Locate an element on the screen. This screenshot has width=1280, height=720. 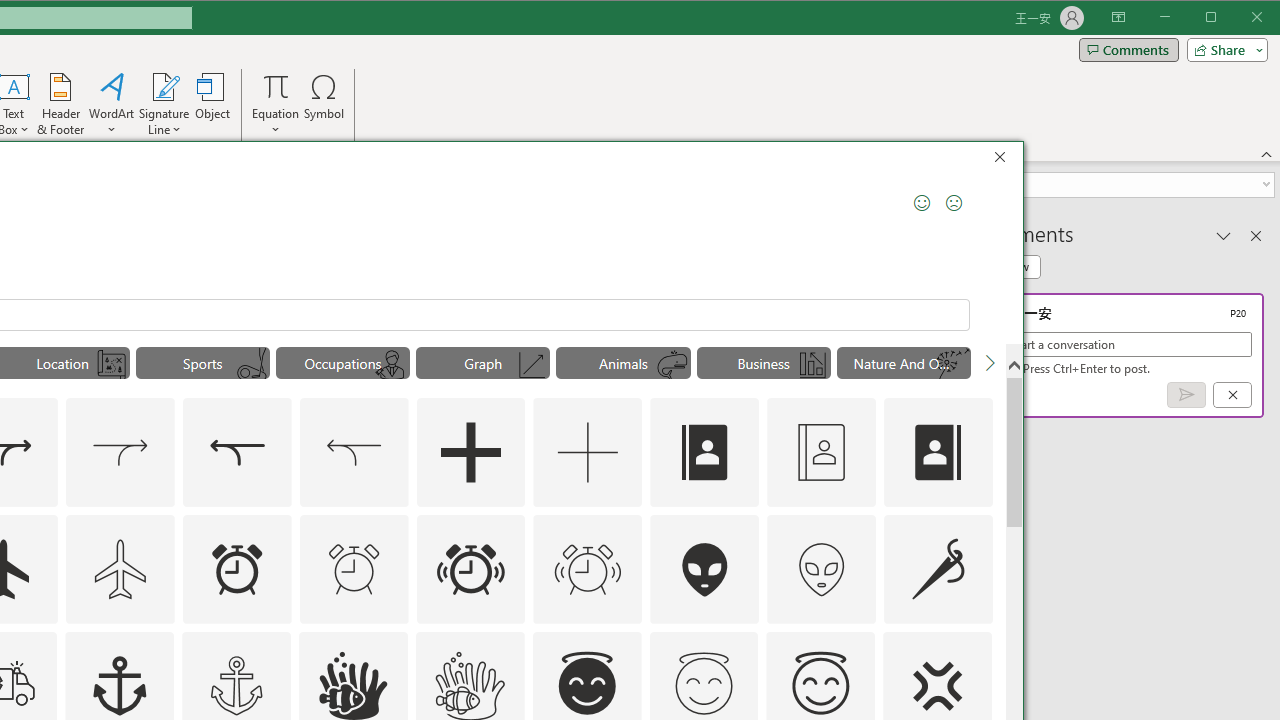
'AutomationID: Icons_AlterationsTailoring' is located at coordinates (937, 568).